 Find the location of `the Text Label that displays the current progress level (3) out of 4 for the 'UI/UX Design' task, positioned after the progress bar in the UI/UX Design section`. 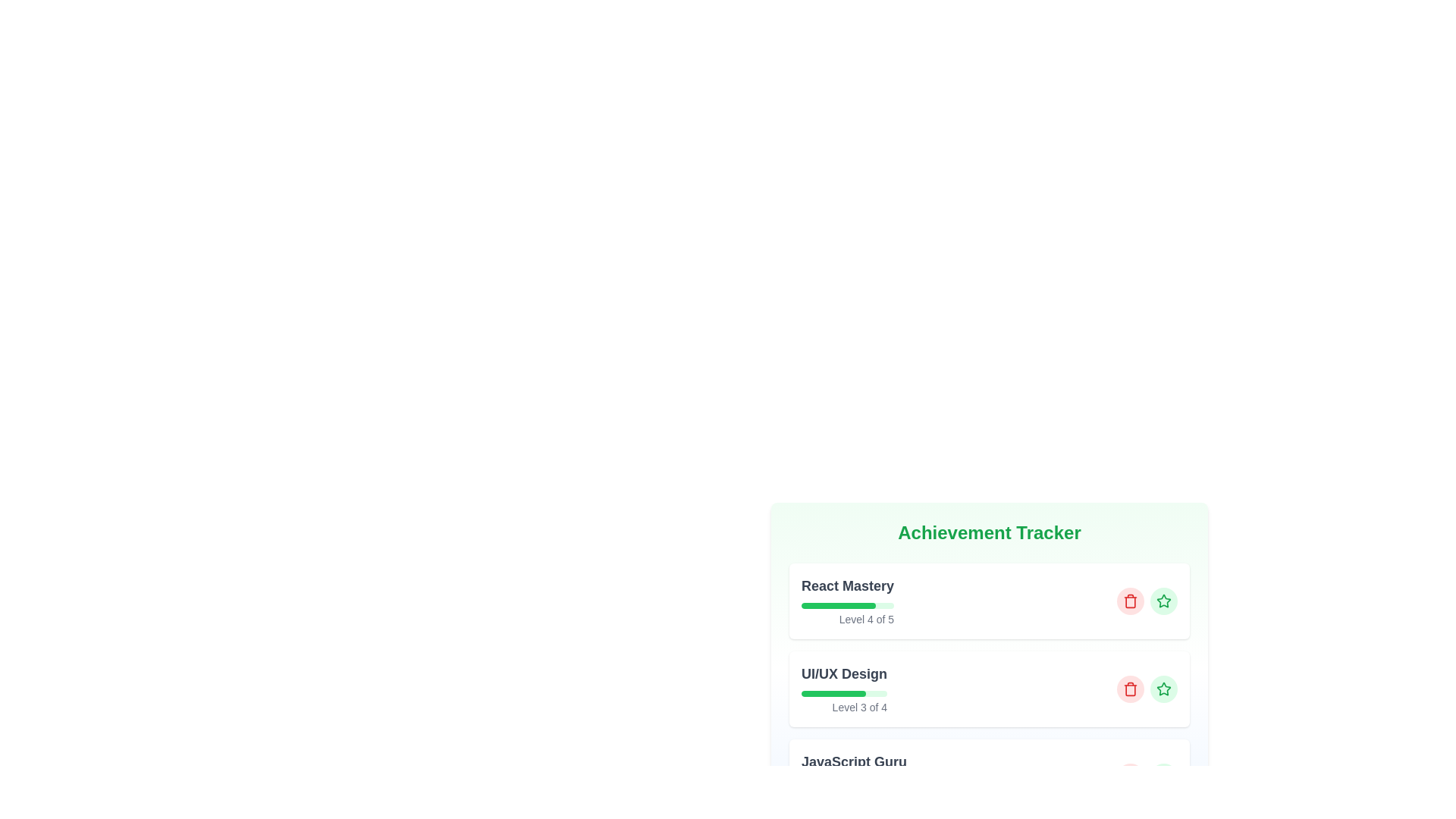

the Text Label that displays the current progress level (3) out of 4 for the 'UI/UX Design' task, positioned after the progress bar in the UI/UX Design section is located at coordinates (843, 708).